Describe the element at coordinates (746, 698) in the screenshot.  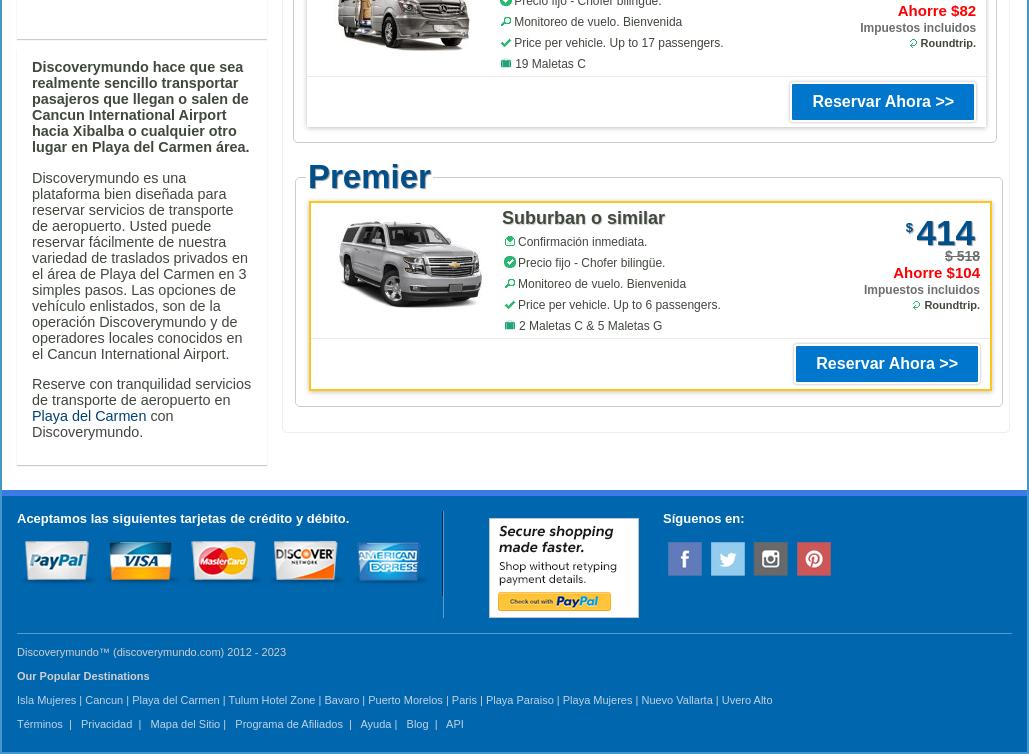
I see `'Uvero Alto'` at that location.